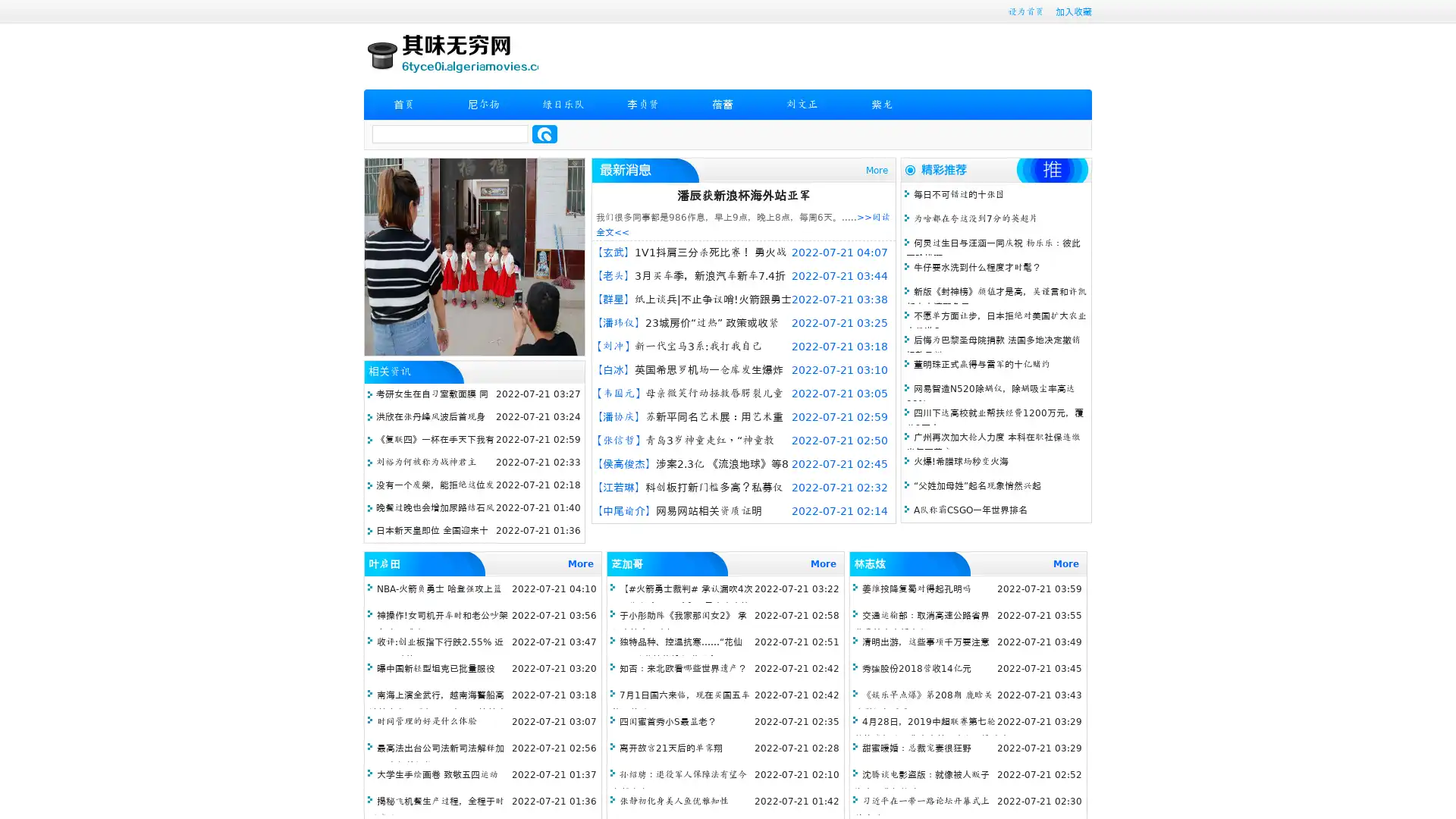 The height and width of the screenshot is (819, 1456). I want to click on Search, so click(544, 133).